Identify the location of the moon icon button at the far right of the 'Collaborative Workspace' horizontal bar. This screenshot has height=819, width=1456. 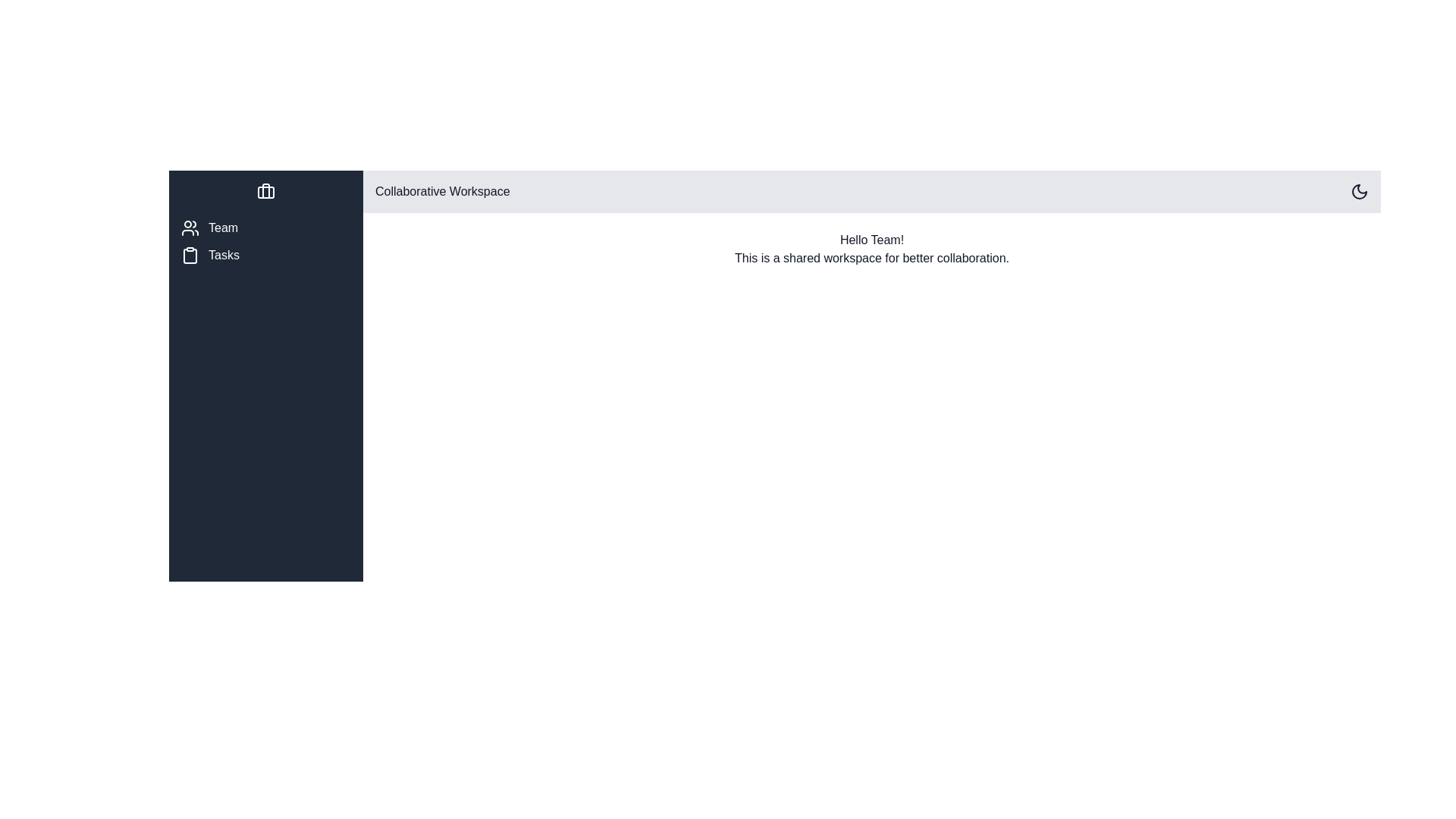
(1360, 191).